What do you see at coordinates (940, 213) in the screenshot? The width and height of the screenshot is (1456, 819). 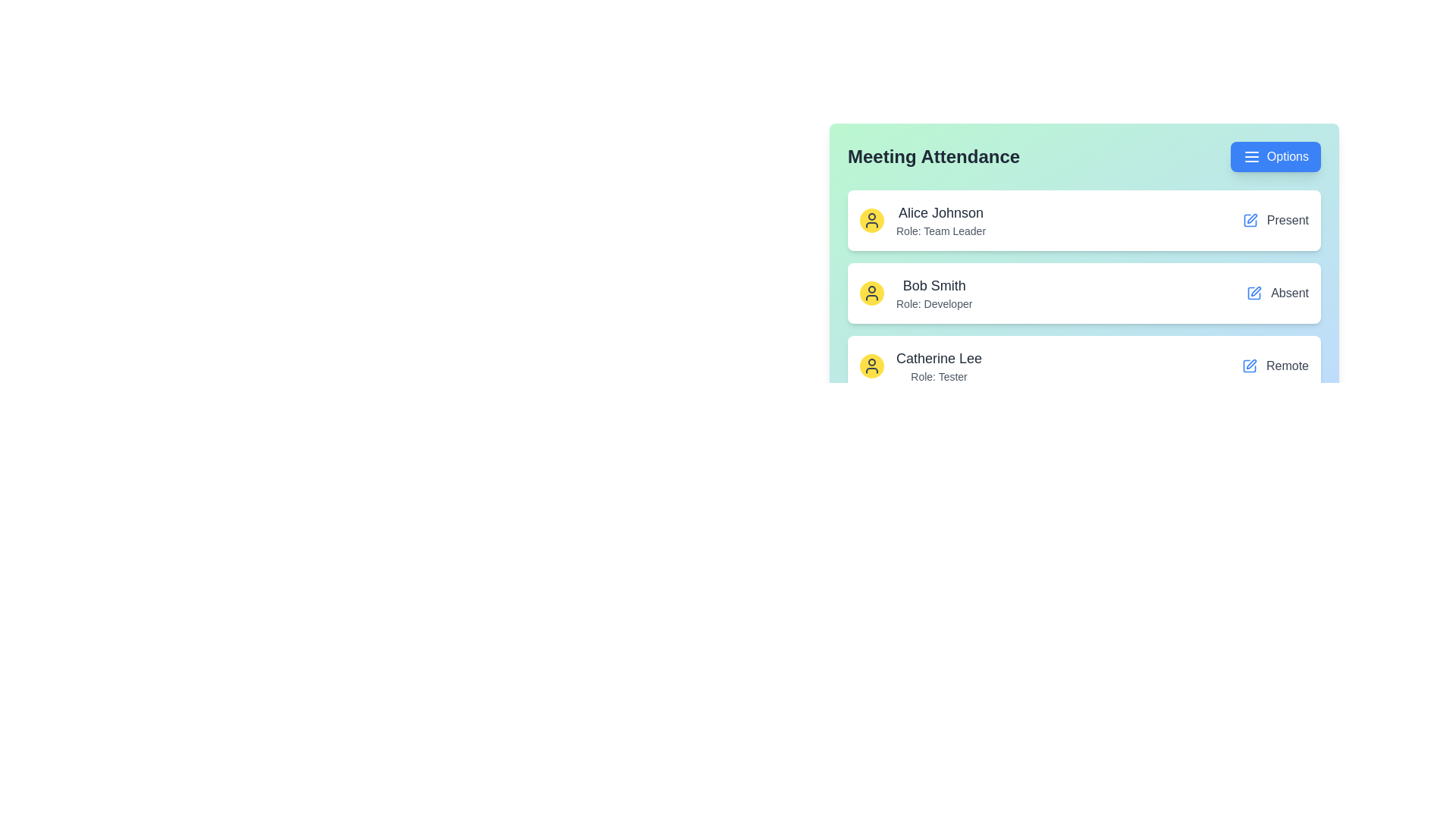 I see `the non-interactive text label displaying 'Alice Johnson' which identifies the individual associated with the information in the topmost card under the 'Meeting Attendance' title` at bounding box center [940, 213].